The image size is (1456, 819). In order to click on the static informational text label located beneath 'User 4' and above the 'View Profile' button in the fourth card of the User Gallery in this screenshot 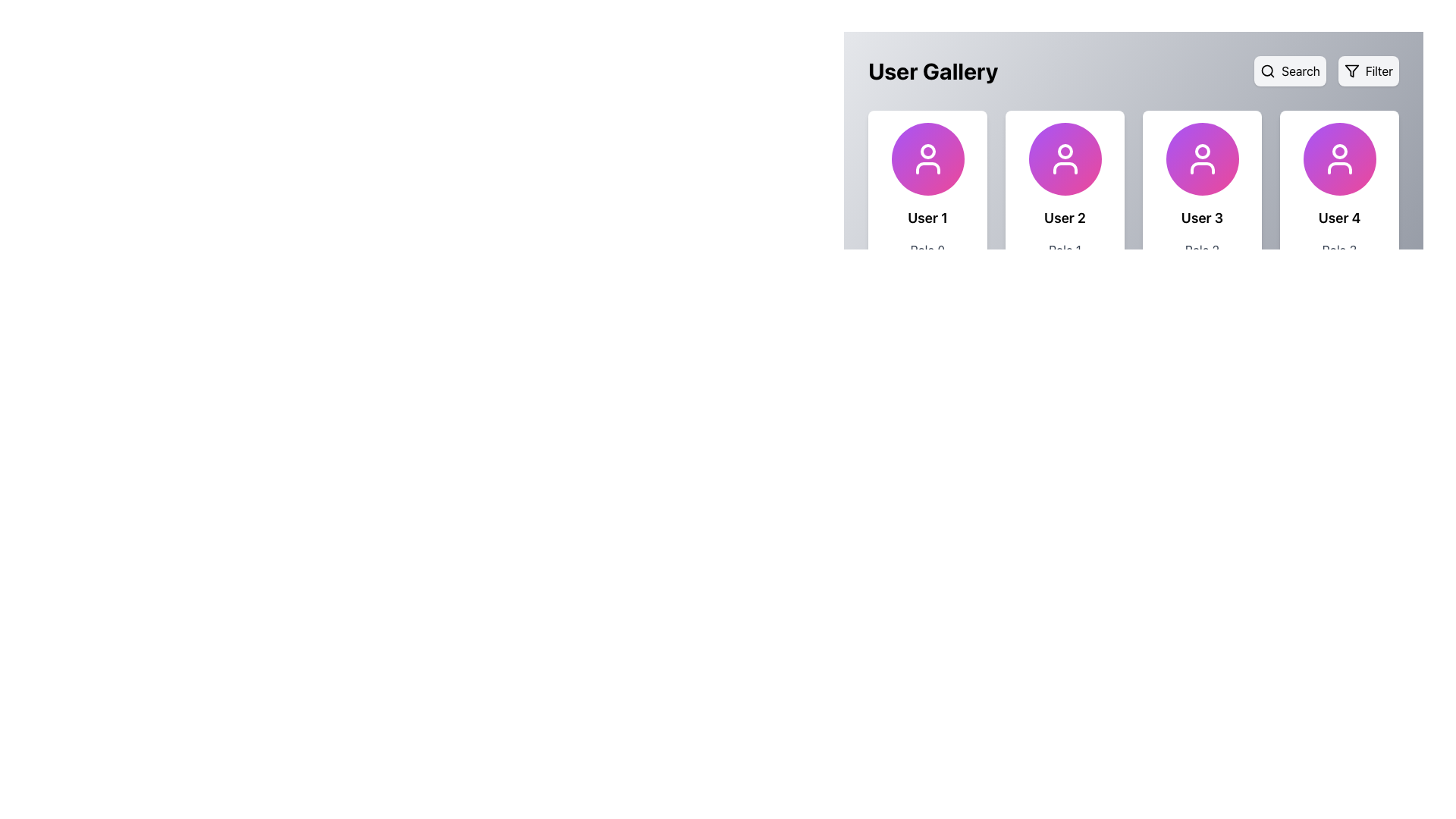, I will do `click(1339, 249)`.